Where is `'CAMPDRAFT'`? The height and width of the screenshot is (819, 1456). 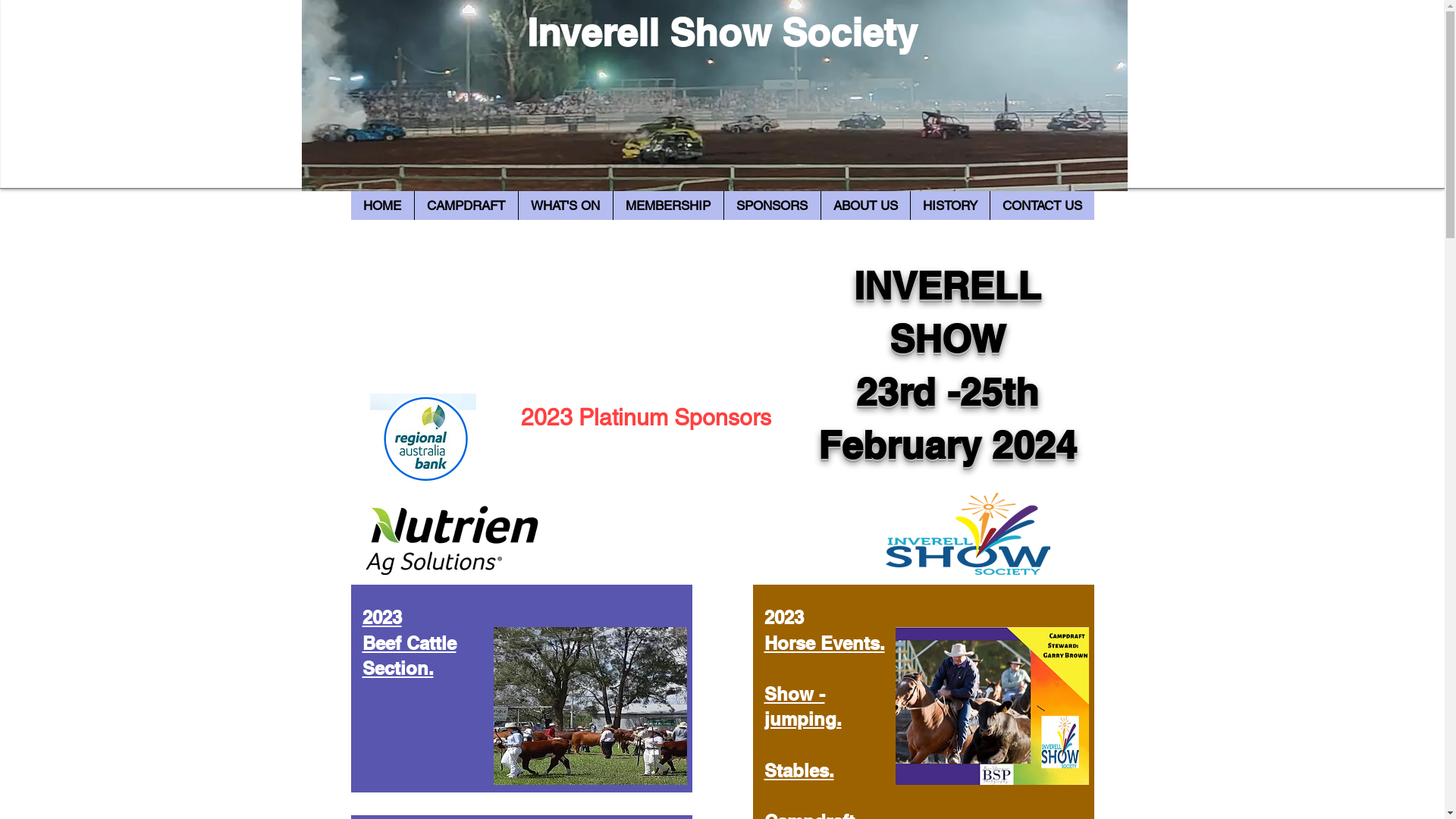 'CAMPDRAFT' is located at coordinates (465, 205).